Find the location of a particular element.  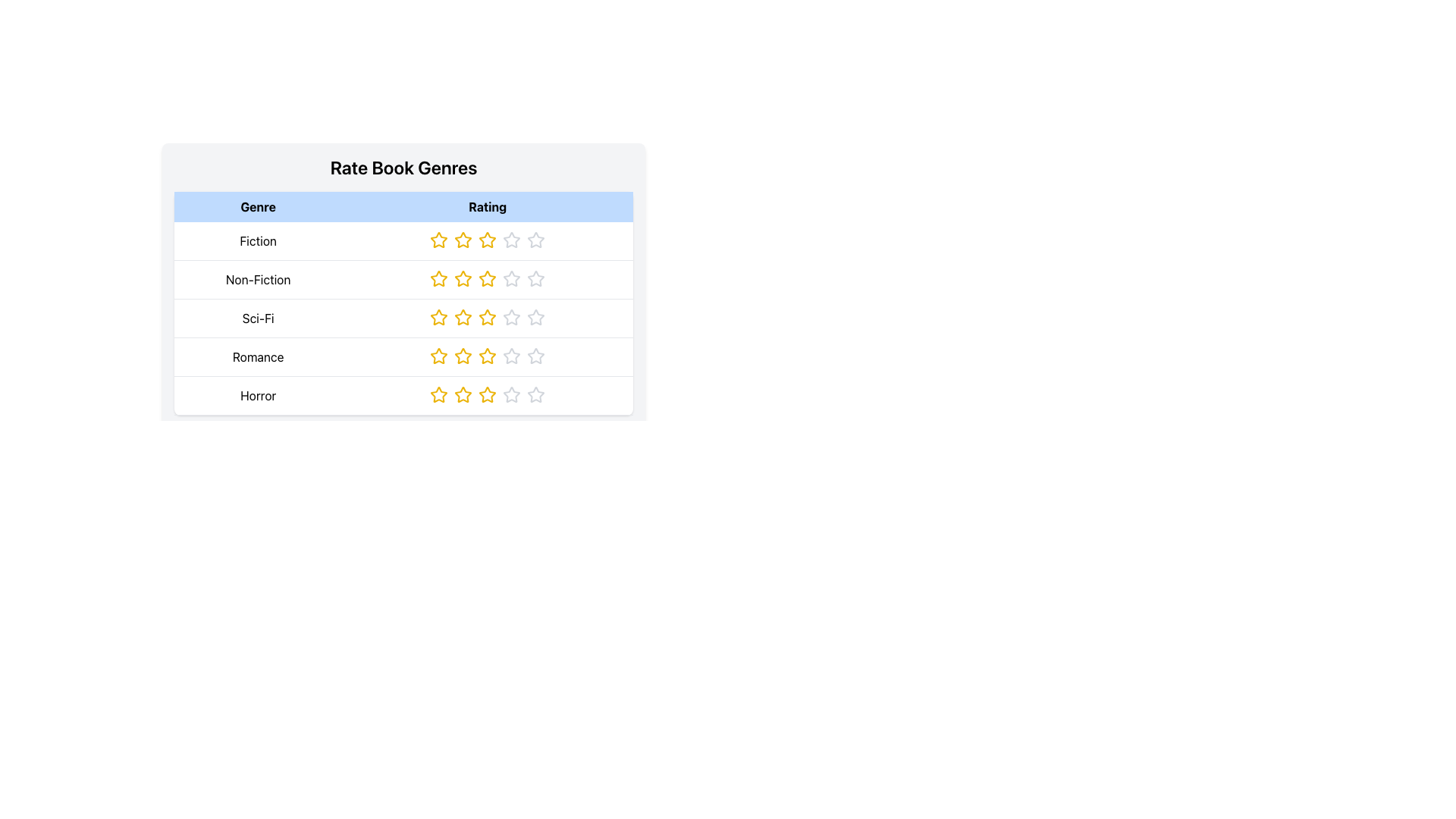

the fourth star in the 'Rating' column of the 'Romance' row is located at coordinates (512, 356).